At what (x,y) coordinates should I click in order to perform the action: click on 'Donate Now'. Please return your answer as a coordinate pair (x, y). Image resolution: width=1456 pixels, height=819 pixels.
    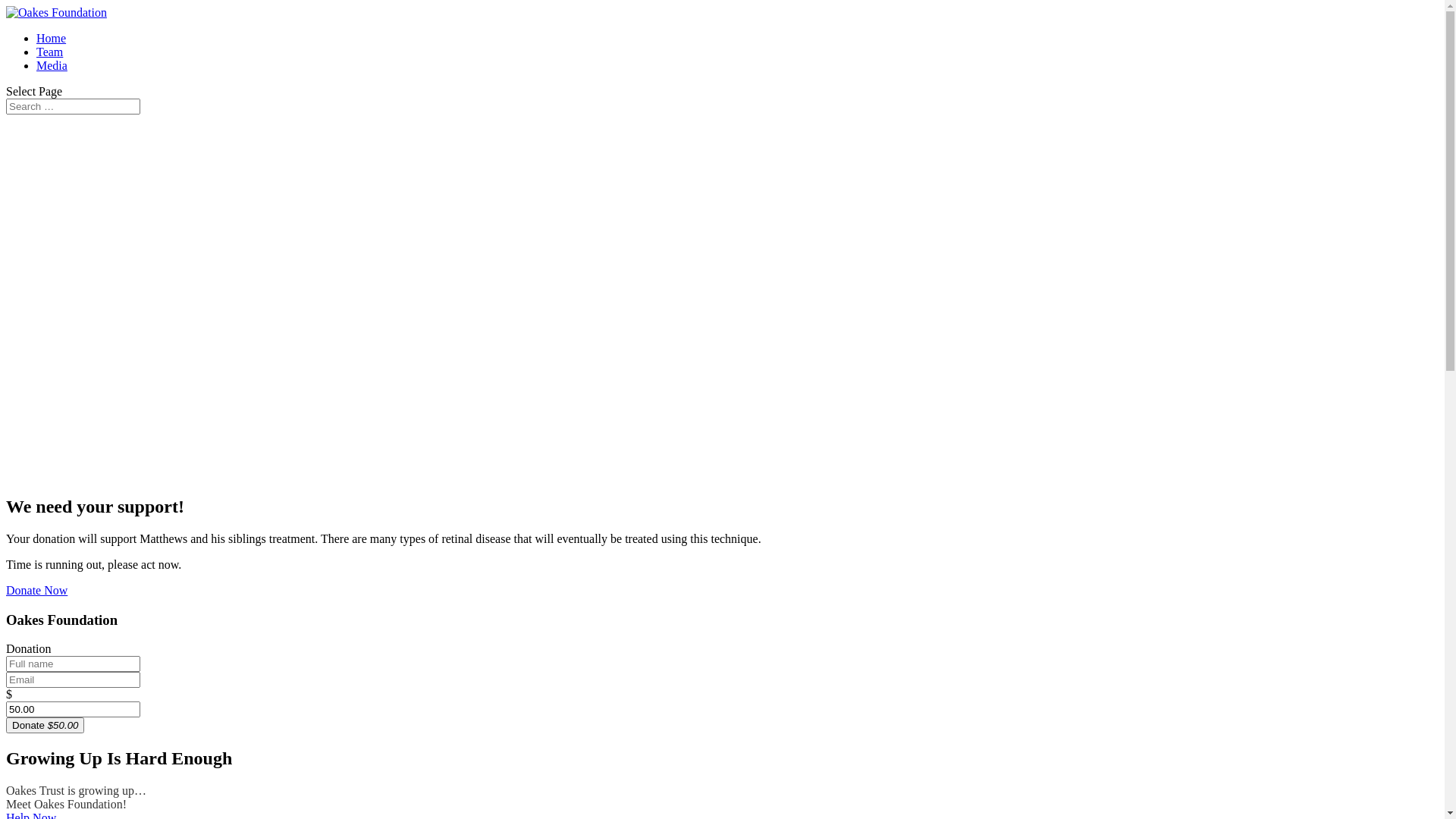
    Looking at the image, I should click on (36, 589).